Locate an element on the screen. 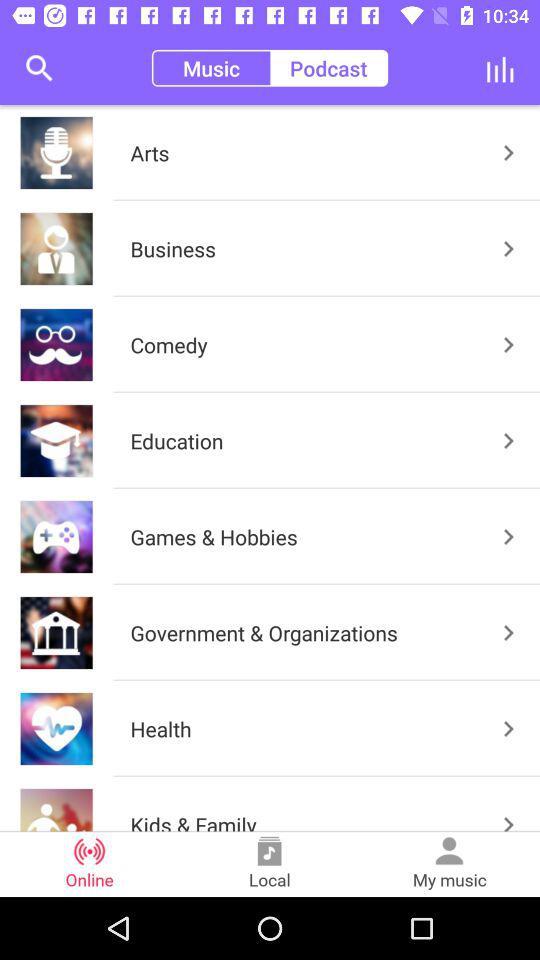  the local is located at coordinates (270, 863).